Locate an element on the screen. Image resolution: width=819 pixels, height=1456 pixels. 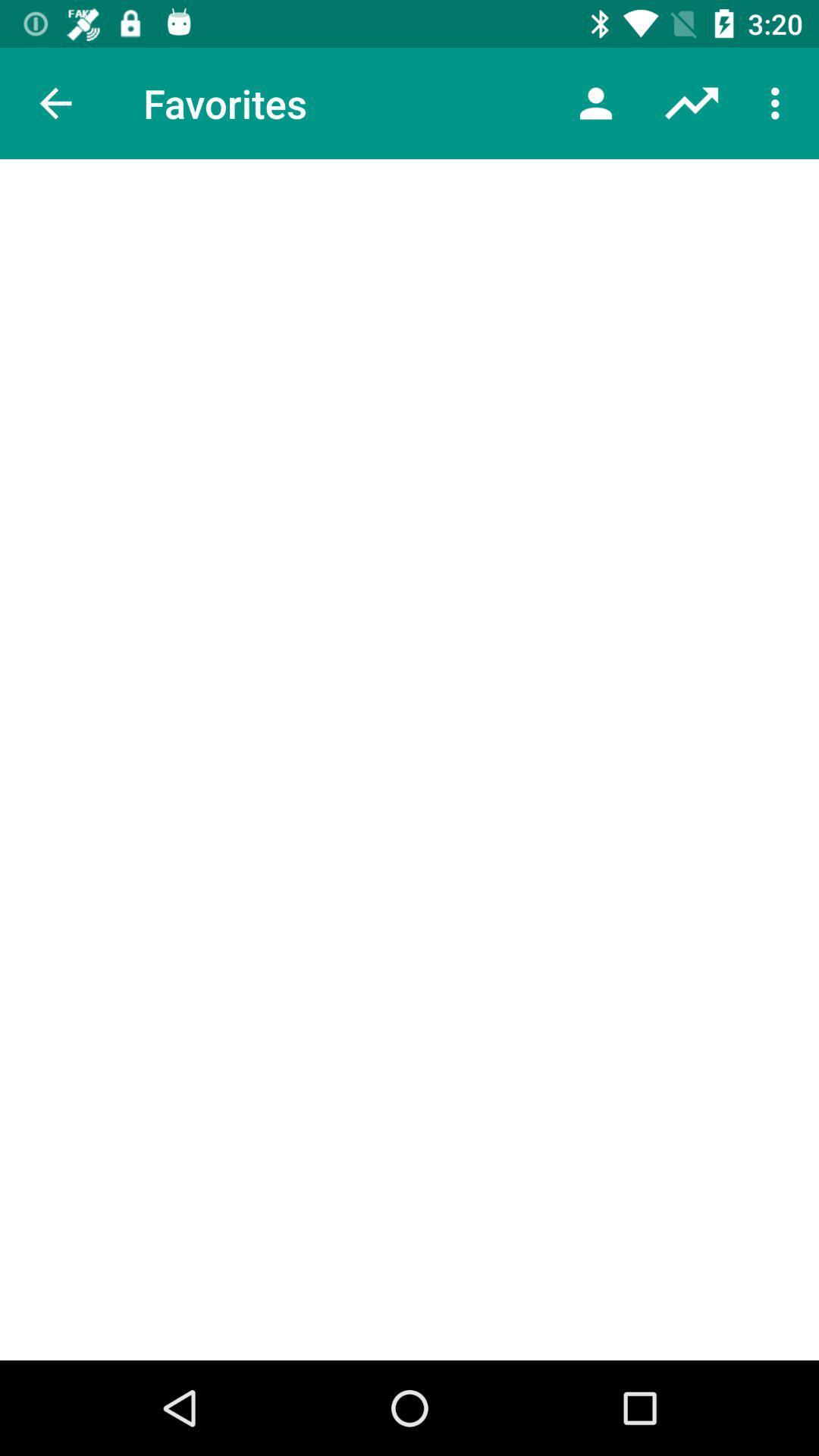
the icon to the right of the favorites item is located at coordinates (595, 102).